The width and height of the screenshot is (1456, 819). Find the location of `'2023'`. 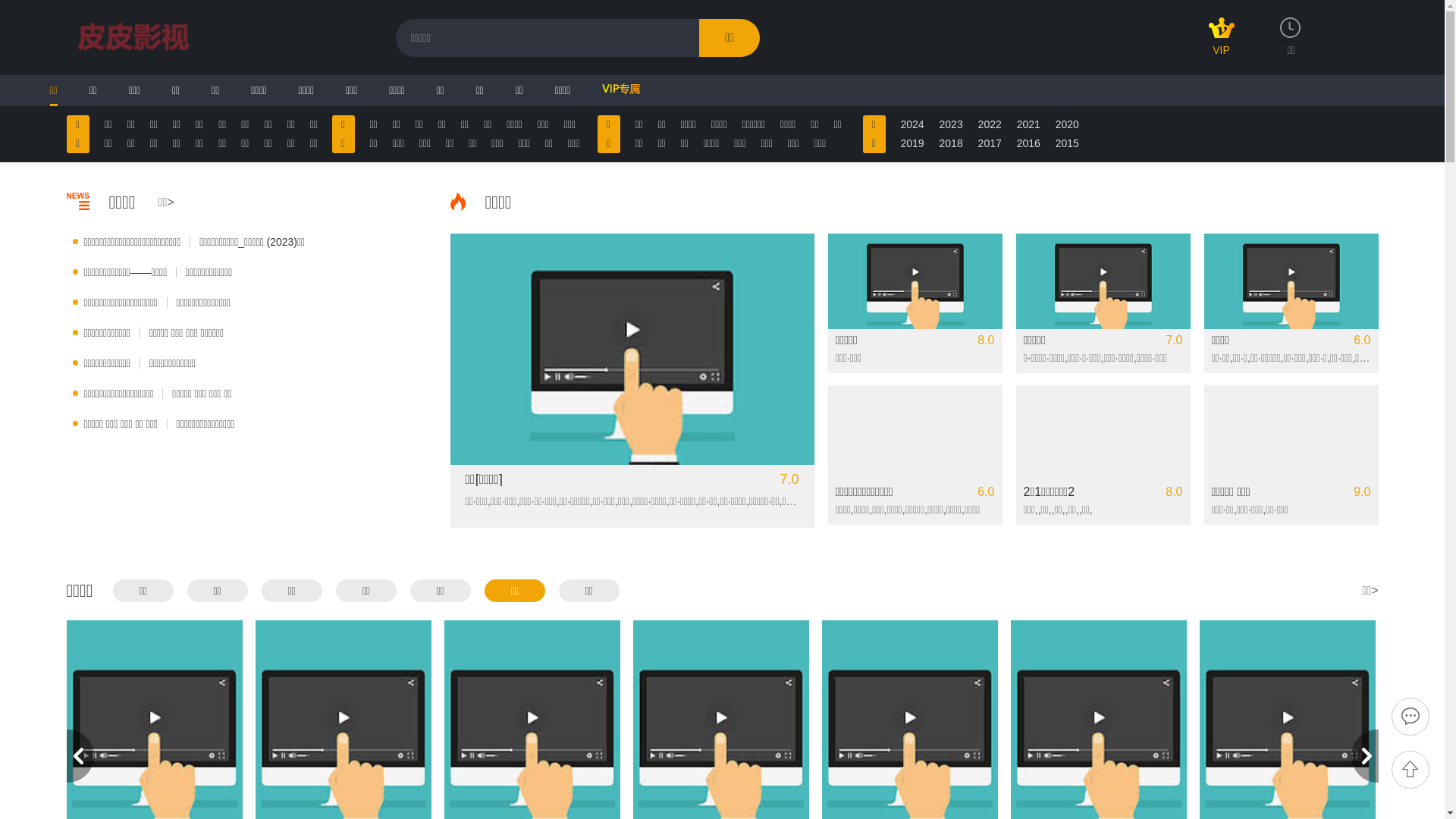

'2023' is located at coordinates (950, 124).